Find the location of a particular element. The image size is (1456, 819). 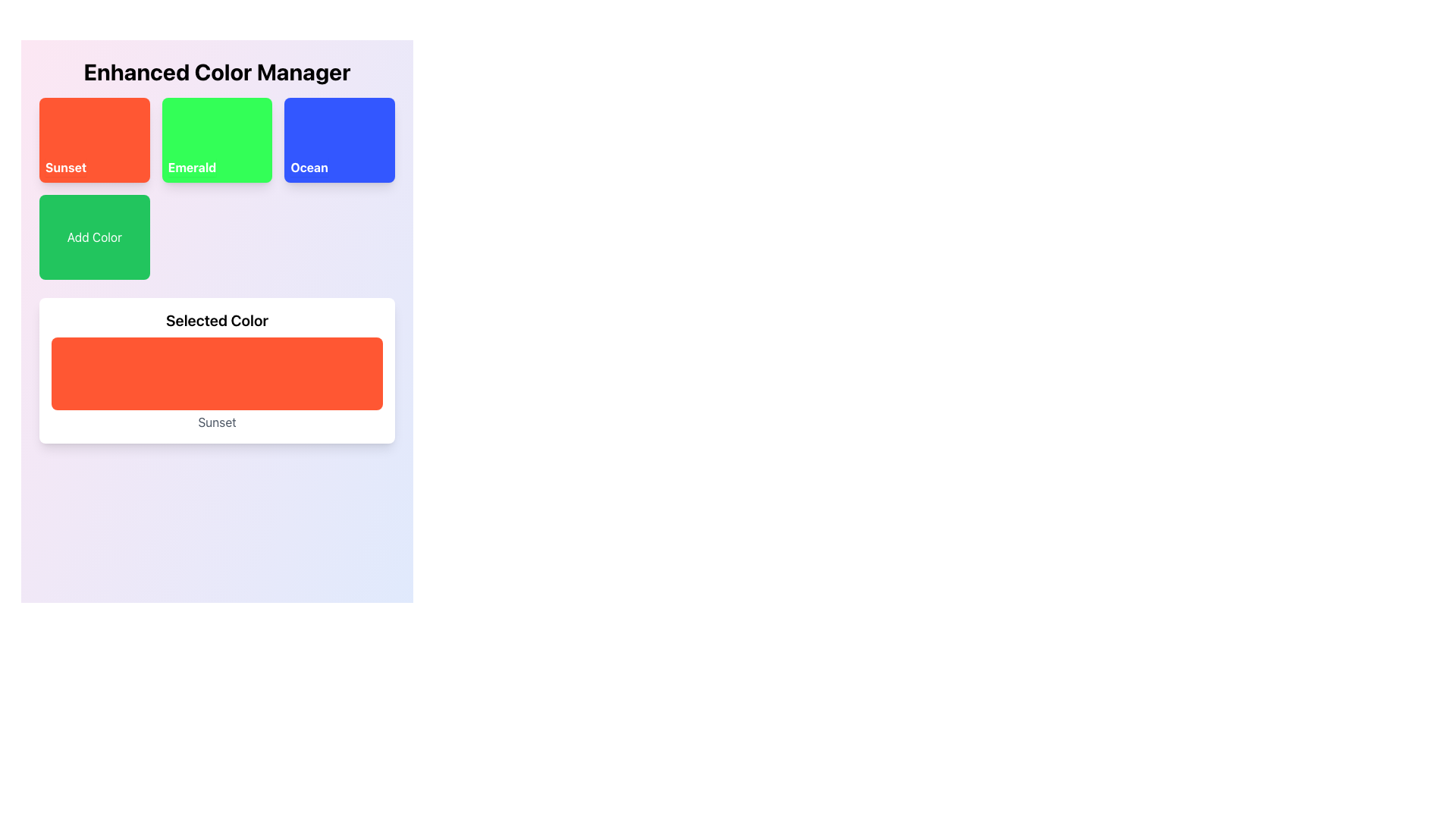

the leftmost color tile representing the 'Sunset' theme located in the top-left region of the grid layout is located at coordinates (93, 140).